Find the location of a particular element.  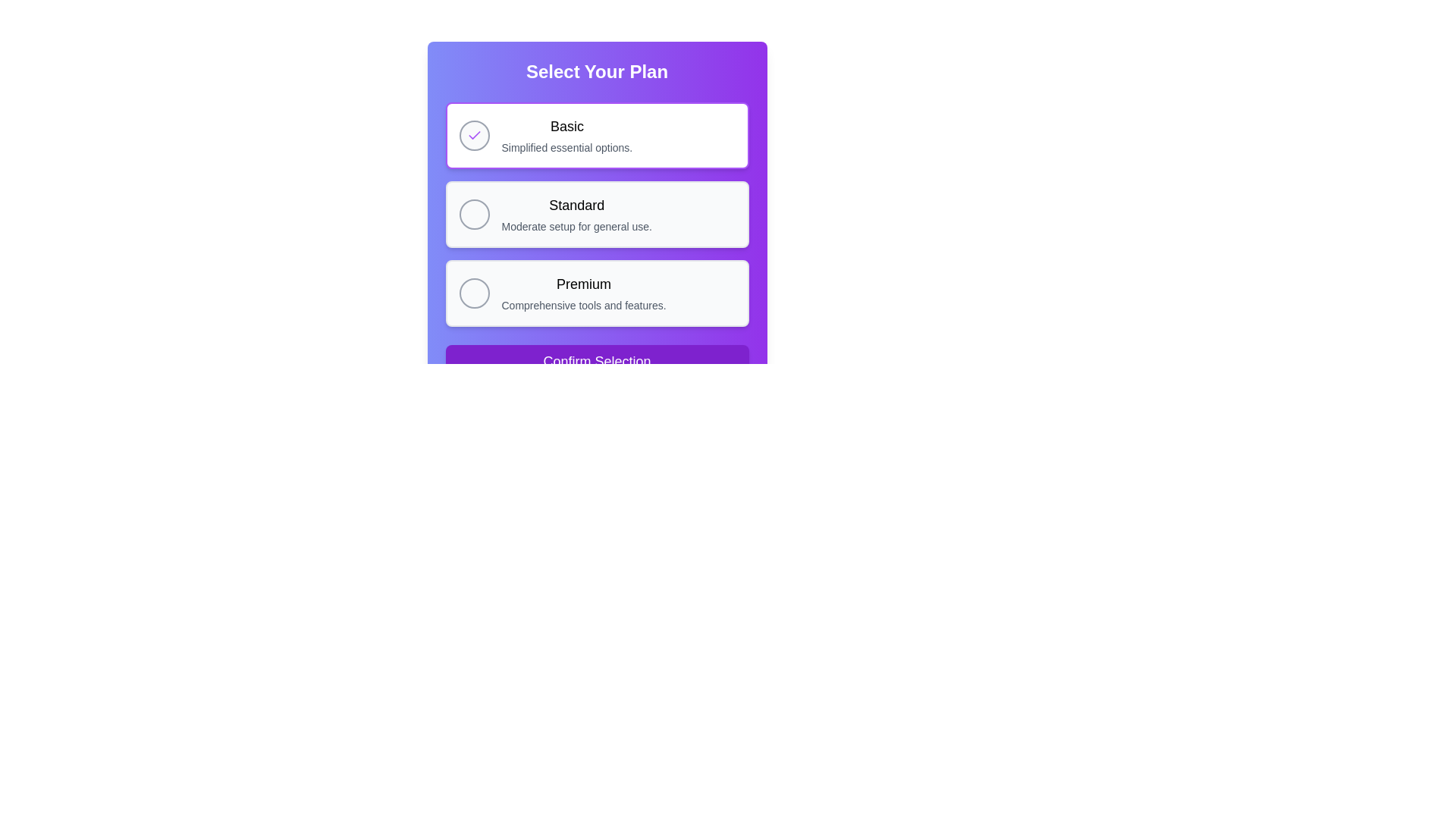

the checkmark icon that indicates the 'Basic' choice option in the plan selection menu to interact with it is located at coordinates (473, 134).